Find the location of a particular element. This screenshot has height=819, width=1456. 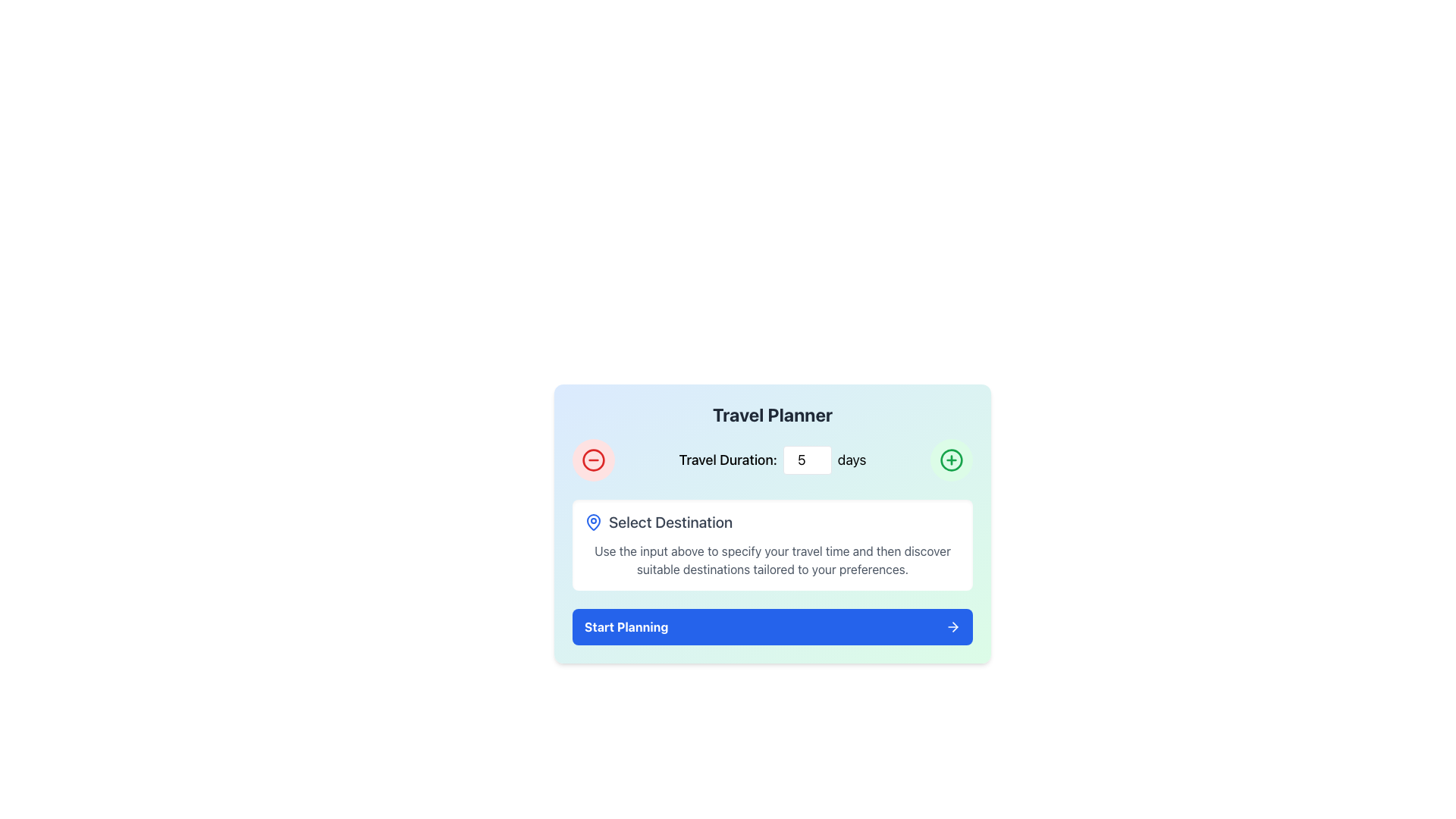

the text label displaying 'Travel Duration:' which is positioned to the left of a numeric input box and above the text 'days.' is located at coordinates (728, 459).